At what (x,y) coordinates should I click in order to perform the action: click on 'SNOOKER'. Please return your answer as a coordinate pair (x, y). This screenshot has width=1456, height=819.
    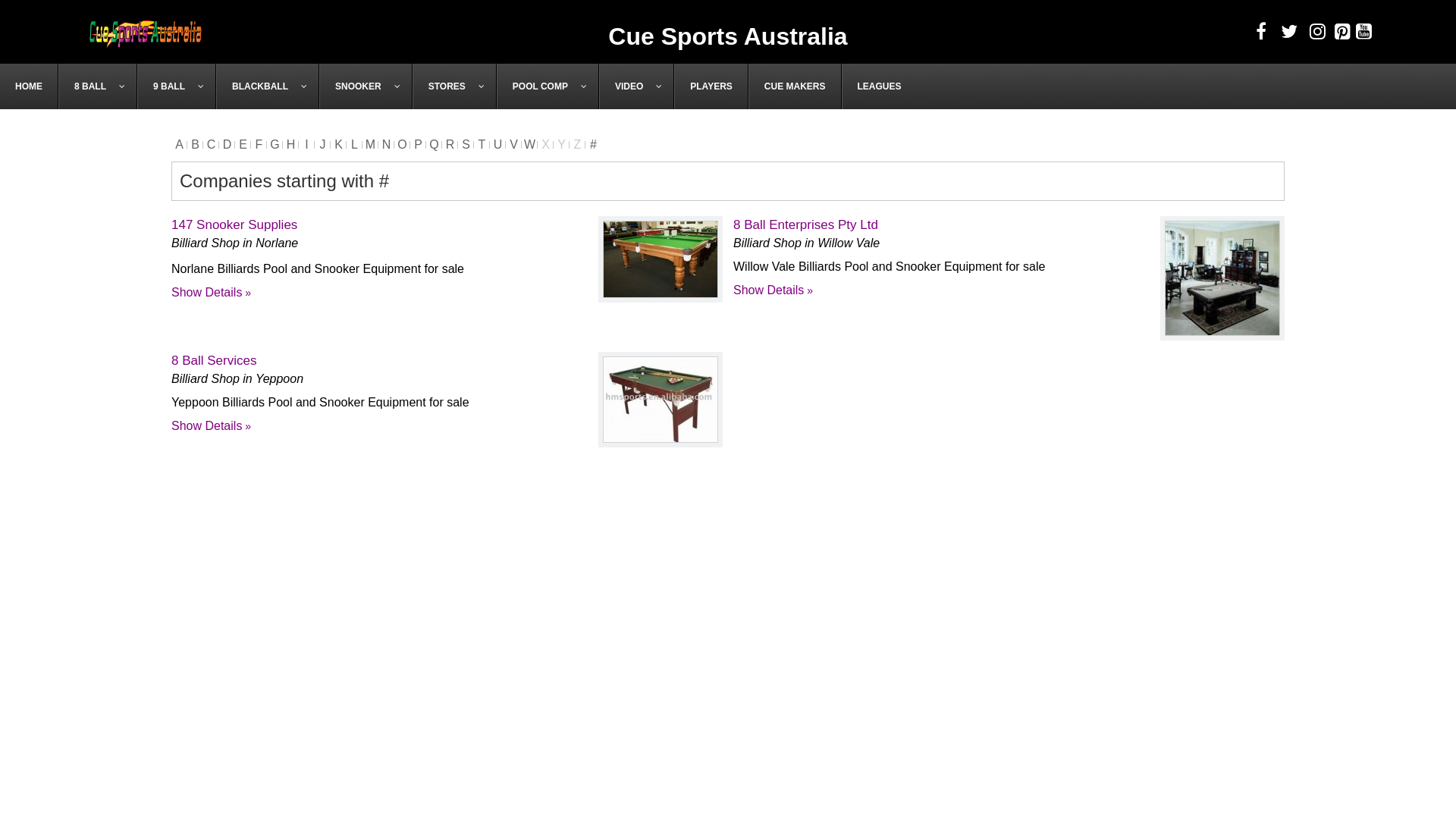
    Looking at the image, I should click on (366, 86).